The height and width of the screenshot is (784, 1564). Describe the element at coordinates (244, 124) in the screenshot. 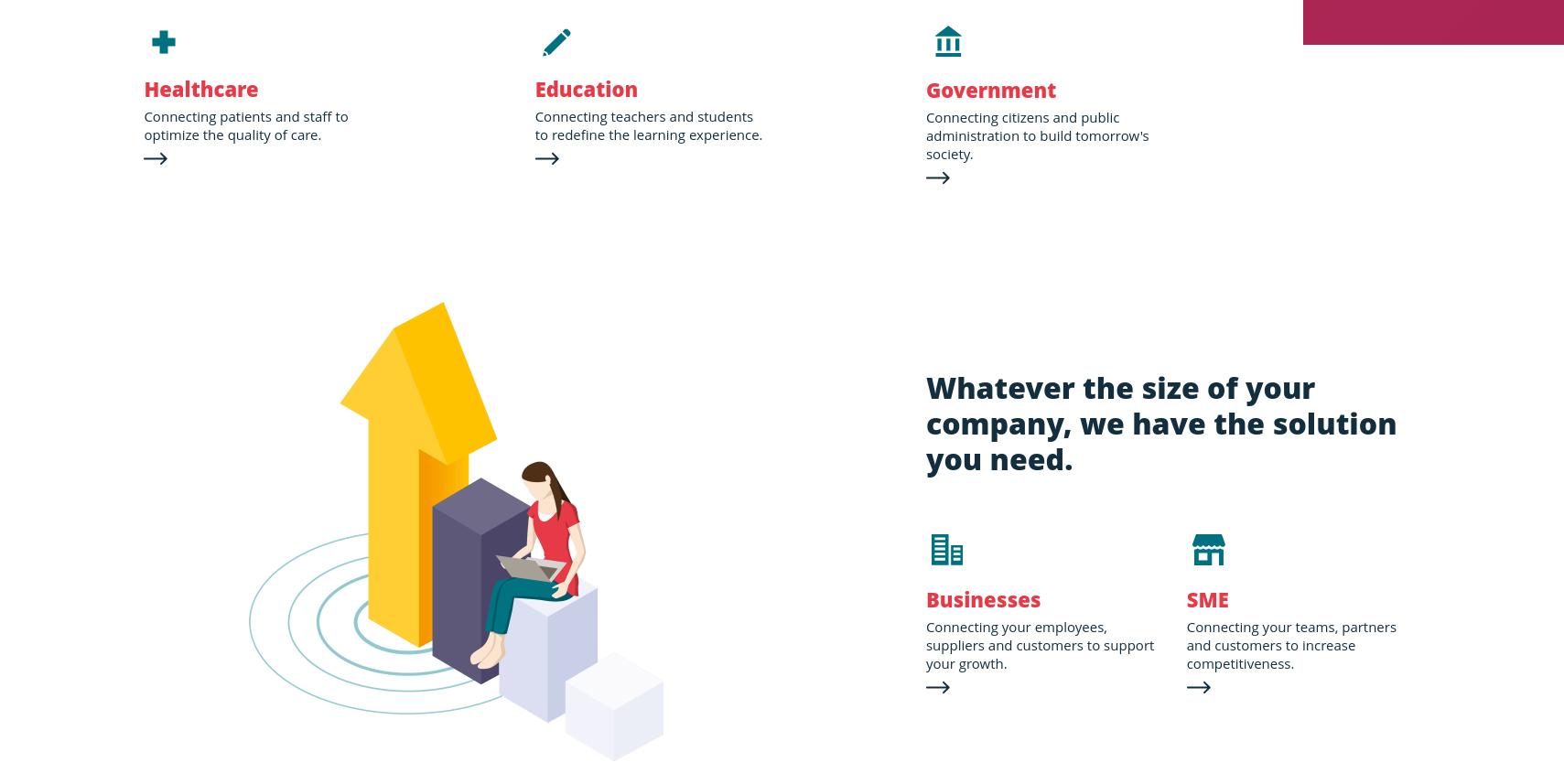

I see `'Connecting patients and staff to optimize the quality of care.'` at that location.